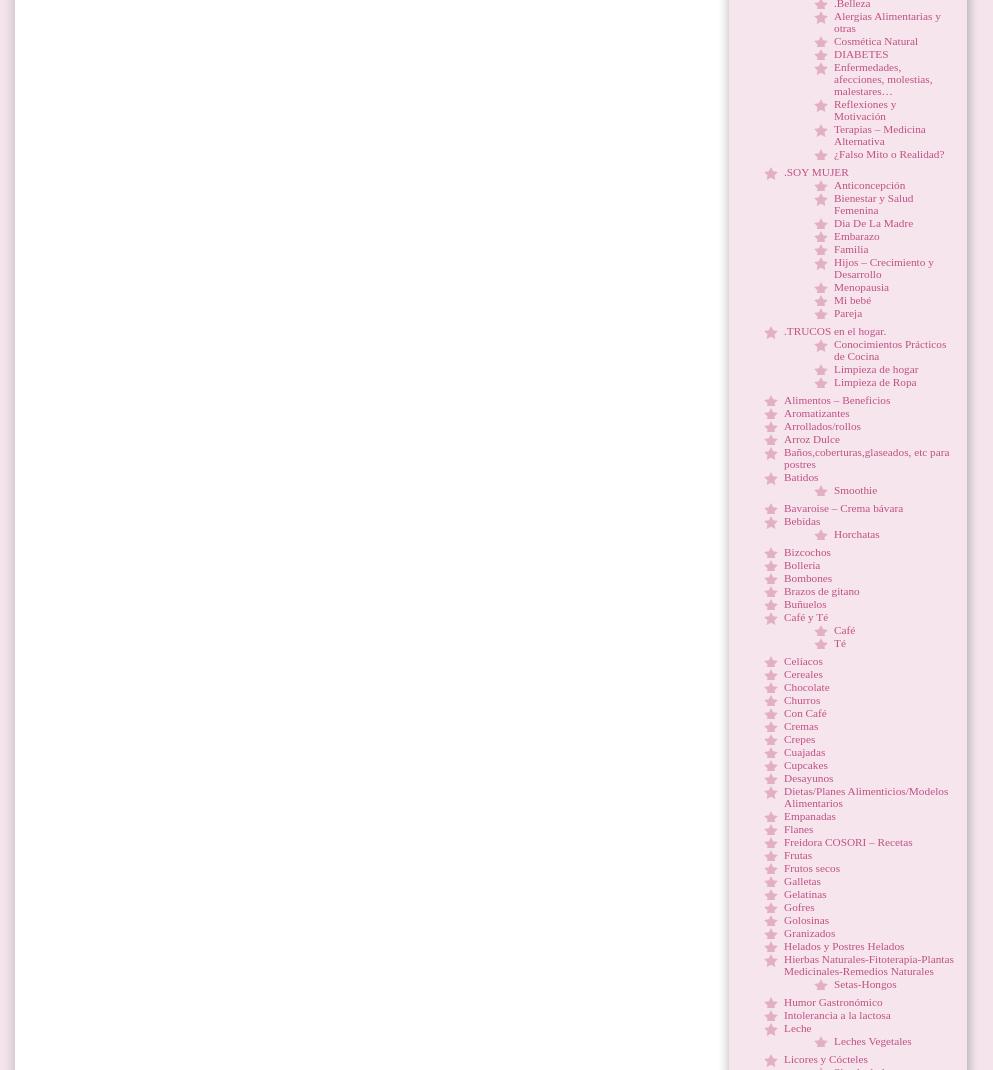 The height and width of the screenshot is (1070, 993). I want to click on 'Baños,coberturas,glaseados, etc para postres', so click(865, 457).